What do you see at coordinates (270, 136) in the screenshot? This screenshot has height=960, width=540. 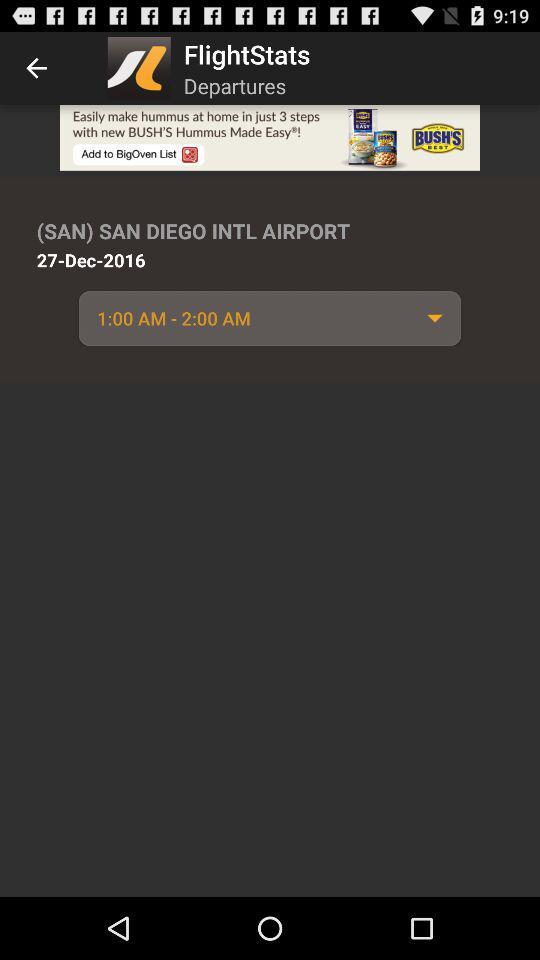 I see `advertisement` at bounding box center [270, 136].